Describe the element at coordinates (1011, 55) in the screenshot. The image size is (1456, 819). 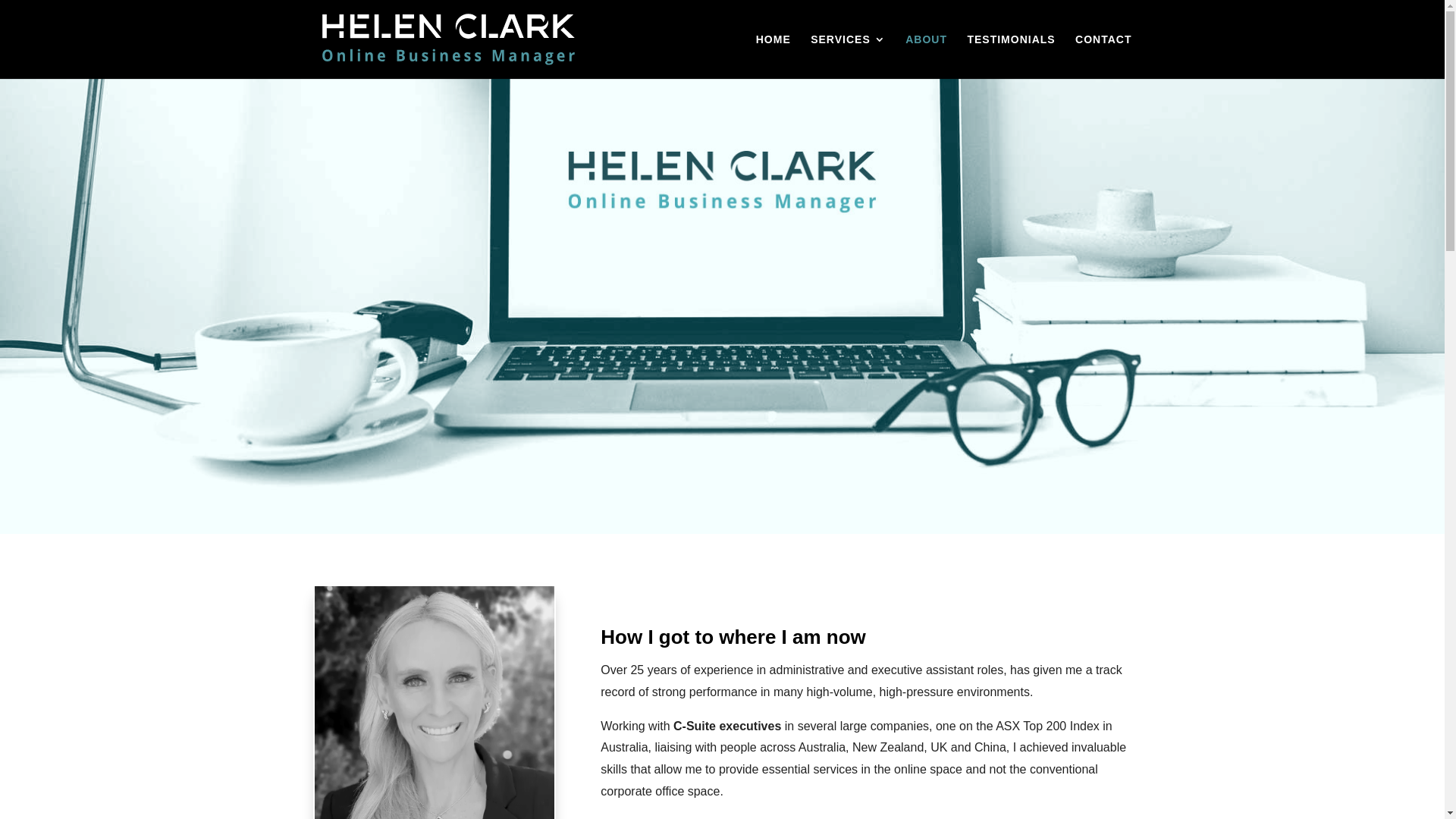
I see `'TESTIMONIALS'` at that location.